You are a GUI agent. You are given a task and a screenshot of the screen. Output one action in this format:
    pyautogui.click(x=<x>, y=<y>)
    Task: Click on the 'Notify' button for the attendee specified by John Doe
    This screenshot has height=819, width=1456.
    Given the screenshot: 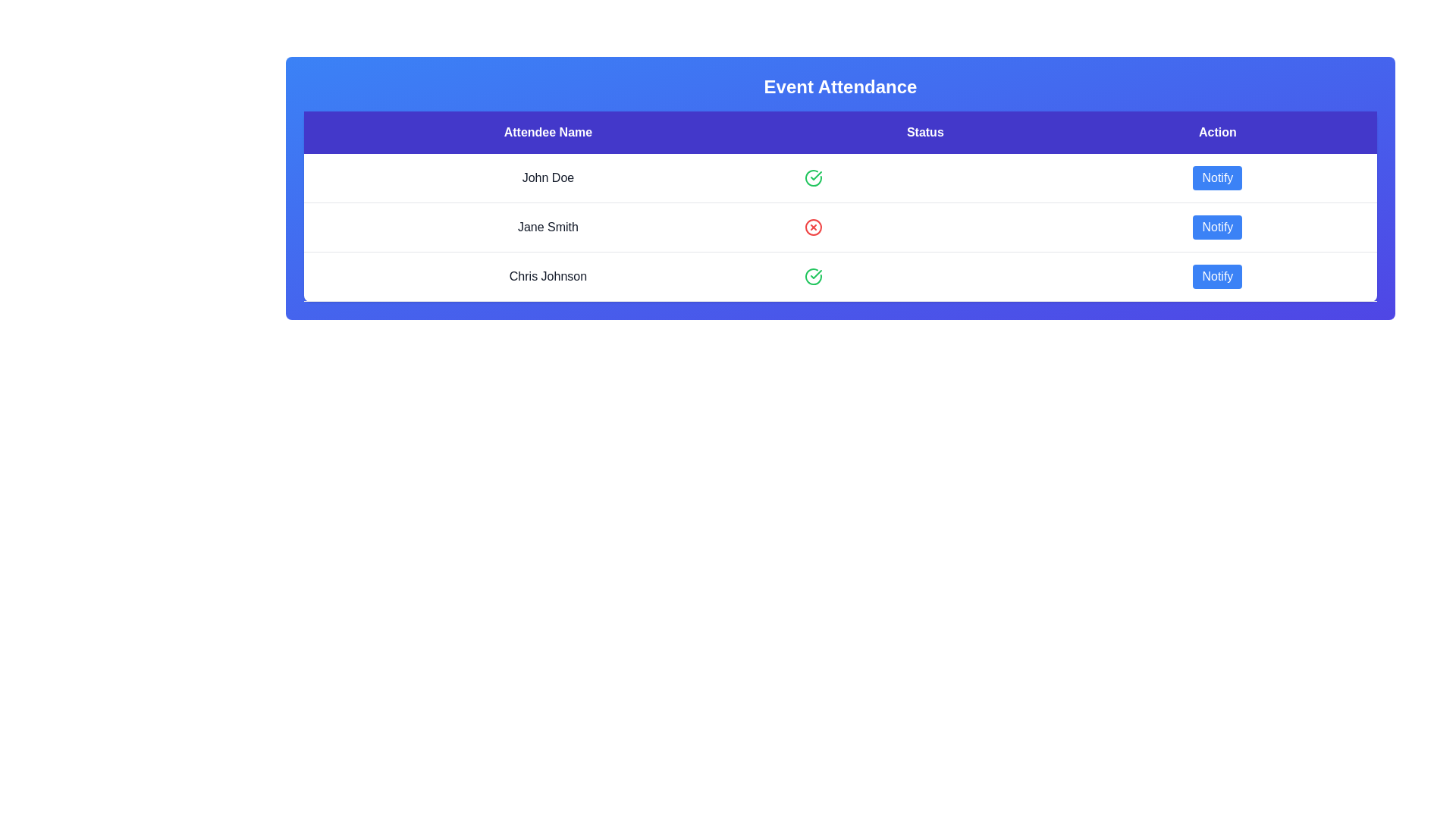 What is the action you would take?
    pyautogui.click(x=1217, y=177)
    